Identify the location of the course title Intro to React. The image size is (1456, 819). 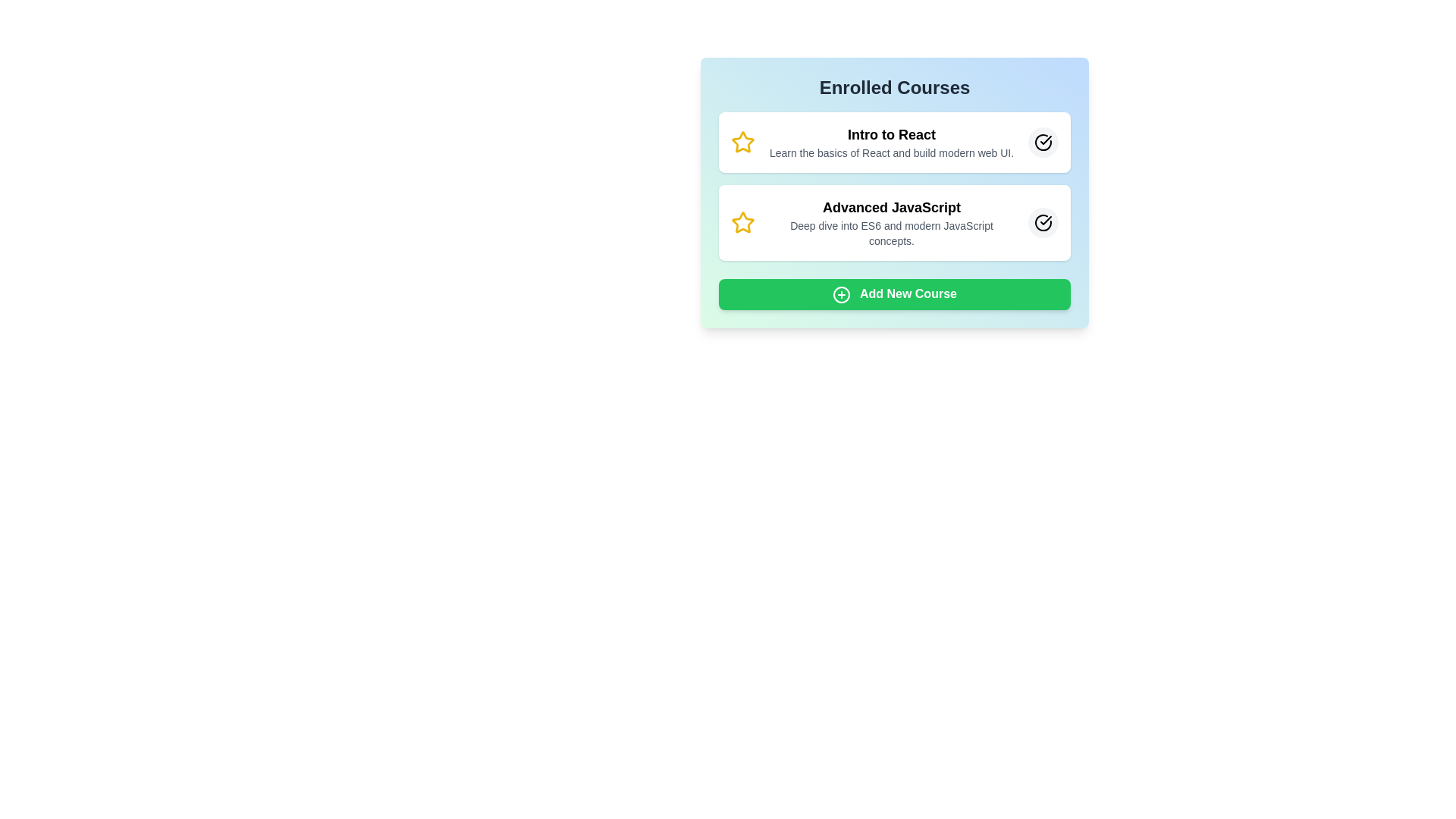
(895, 133).